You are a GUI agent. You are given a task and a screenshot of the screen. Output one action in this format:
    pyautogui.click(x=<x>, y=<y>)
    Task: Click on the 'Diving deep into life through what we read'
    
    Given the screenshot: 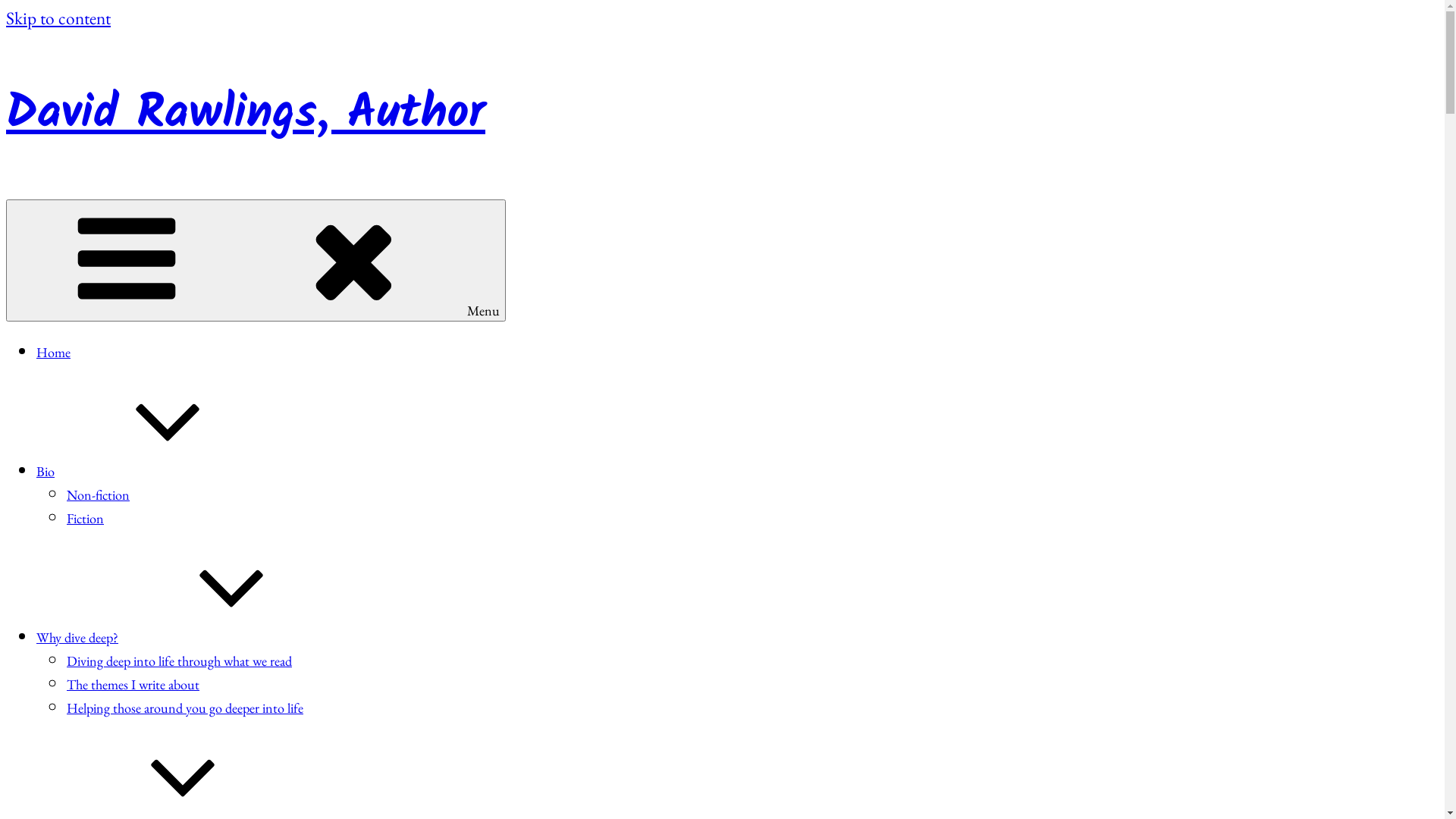 What is the action you would take?
    pyautogui.click(x=179, y=660)
    